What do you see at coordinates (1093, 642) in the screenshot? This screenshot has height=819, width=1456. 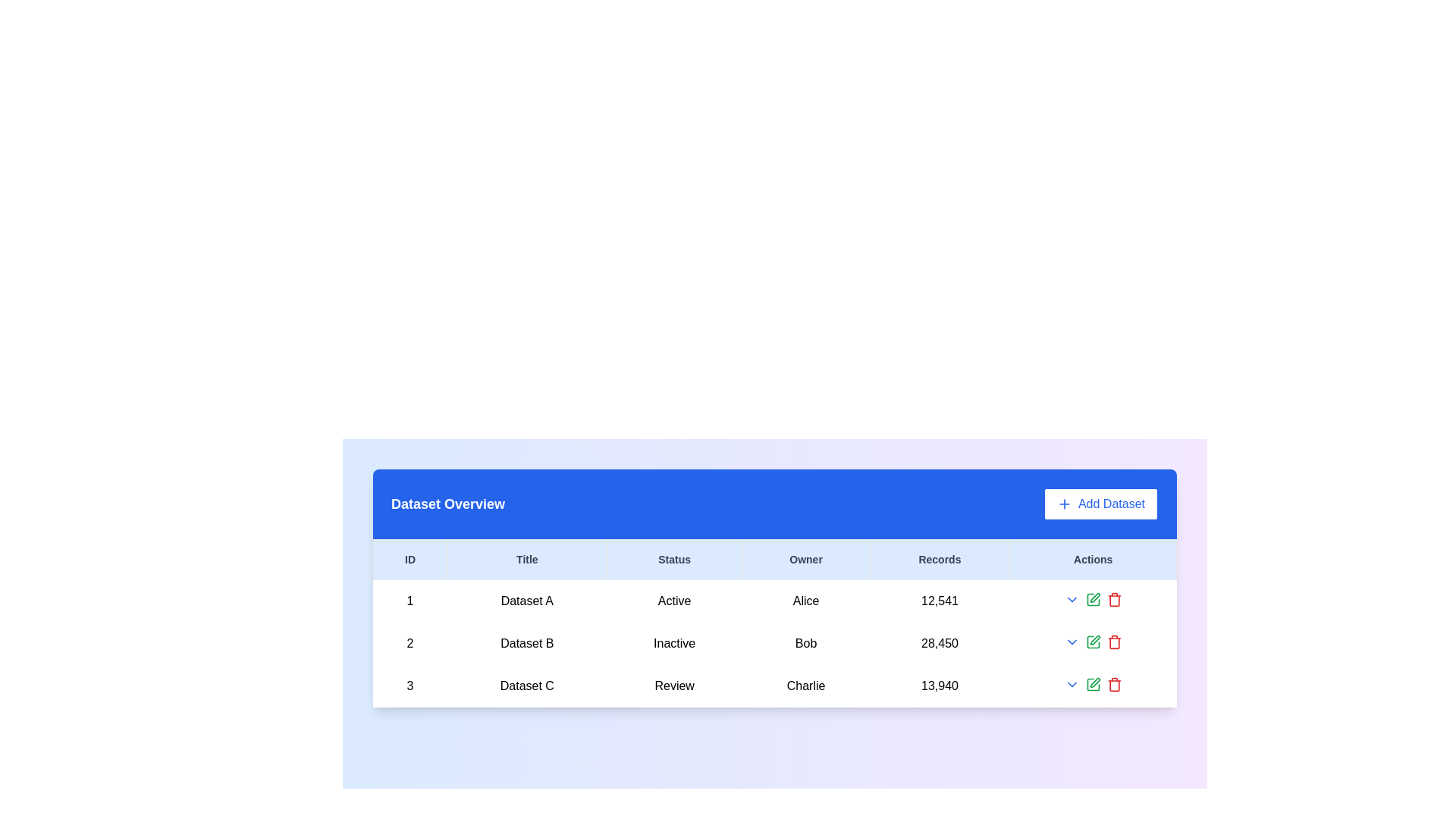 I see `the SVG icon resembling a square or rectangle with rounded features located in the 'Actions' column of the second row in the table for 'Dataset B'` at bounding box center [1093, 642].